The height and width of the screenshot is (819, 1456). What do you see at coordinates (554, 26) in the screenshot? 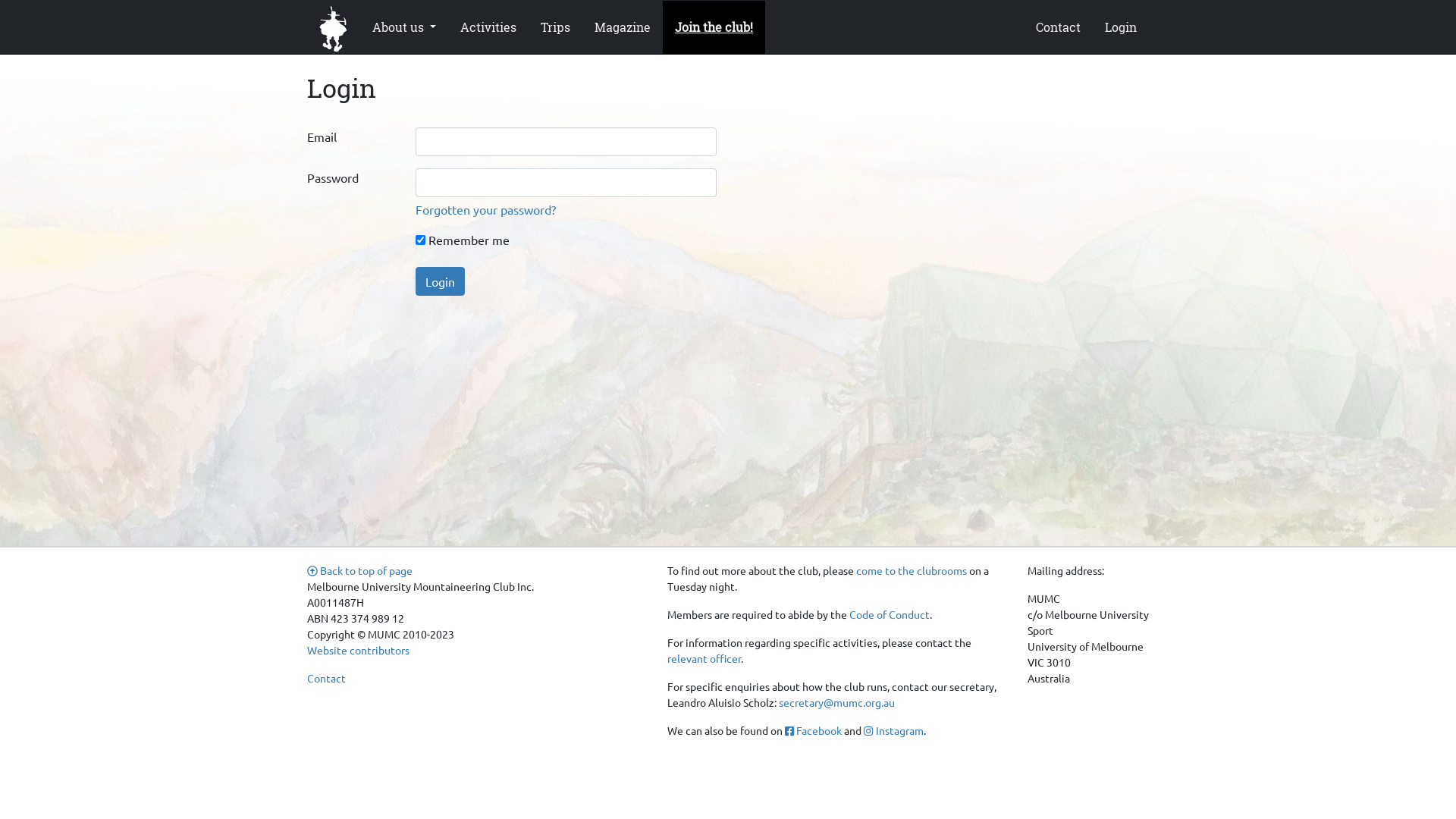
I see `'Trips'` at bounding box center [554, 26].